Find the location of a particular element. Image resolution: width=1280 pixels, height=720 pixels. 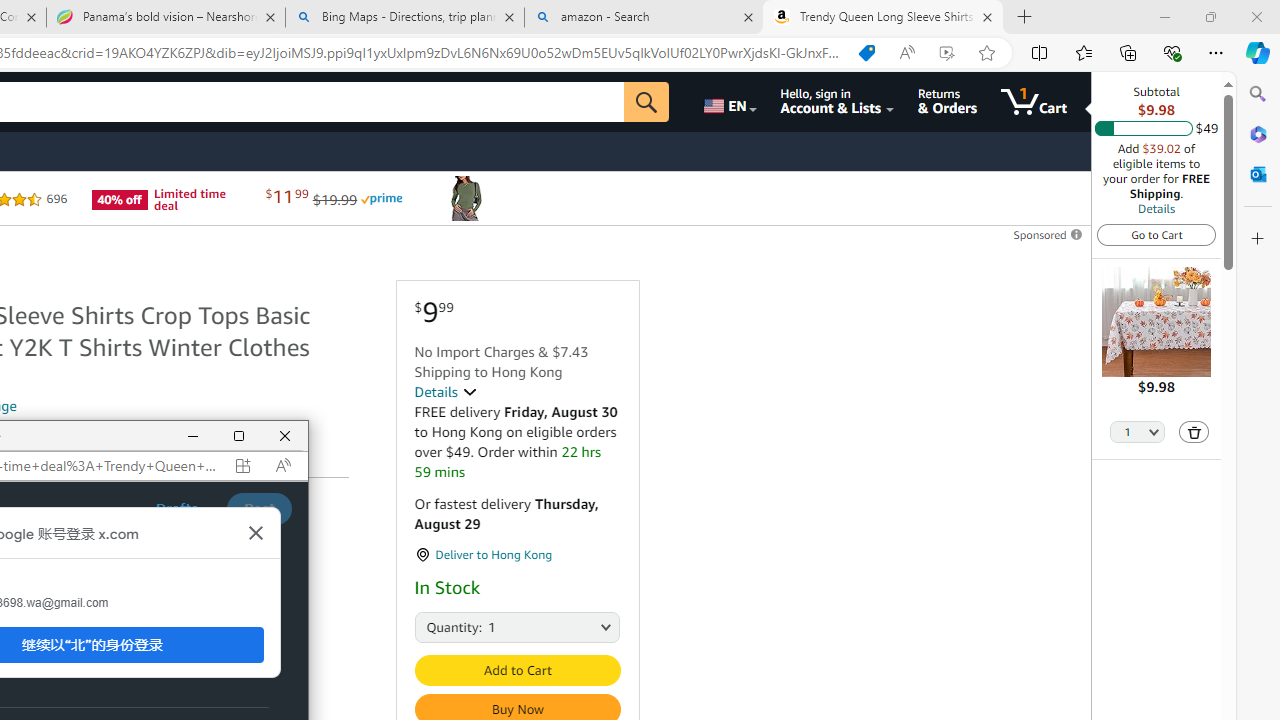

'You have the best price!' is located at coordinates (867, 52).